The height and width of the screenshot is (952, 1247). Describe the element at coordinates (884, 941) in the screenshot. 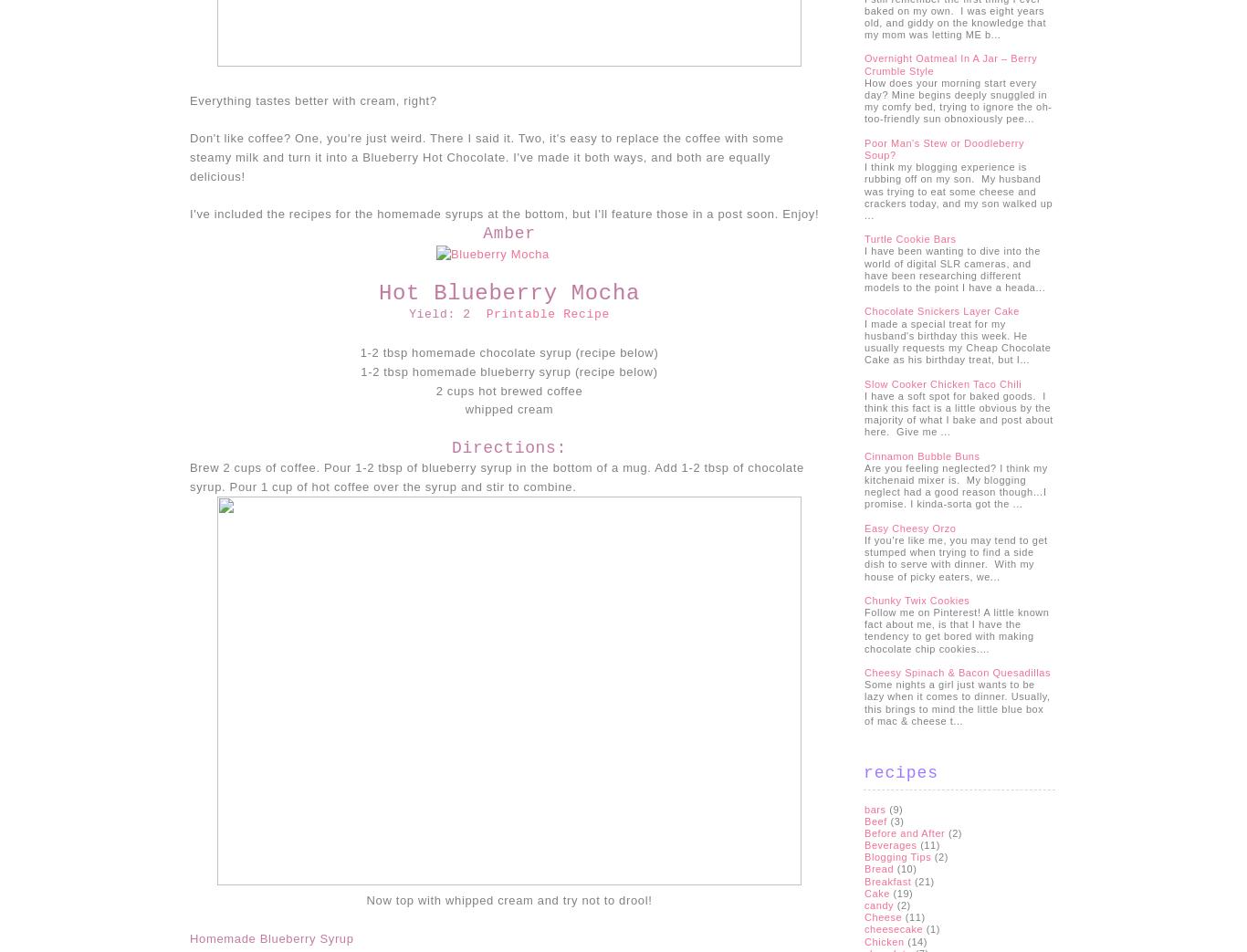

I see `'Chicken'` at that location.